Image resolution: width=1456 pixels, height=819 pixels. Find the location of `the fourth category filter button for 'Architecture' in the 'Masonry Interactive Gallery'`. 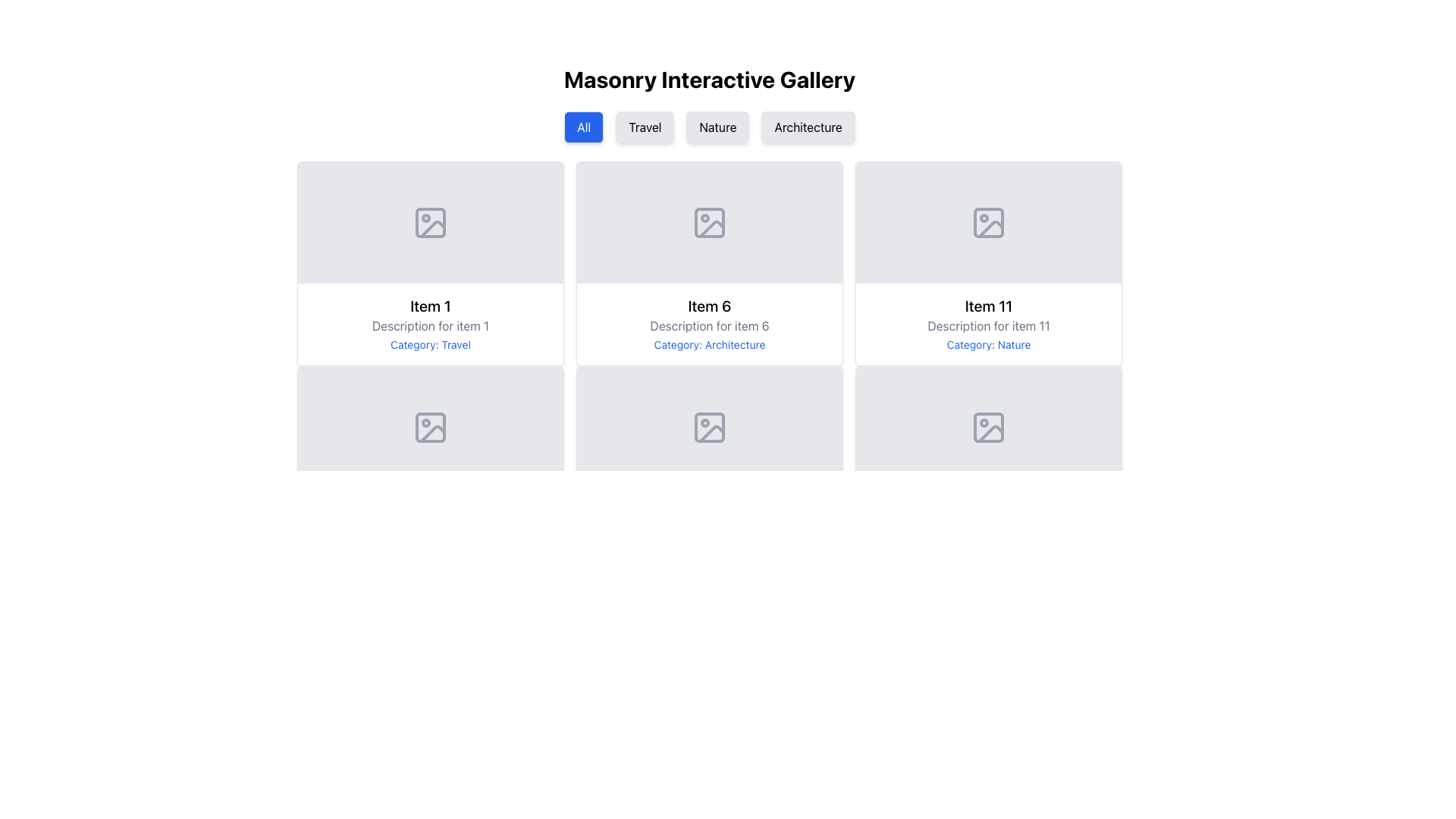

the fourth category filter button for 'Architecture' in the 'Masonry Interactive Gallery' is located at coordinates (807, 127).